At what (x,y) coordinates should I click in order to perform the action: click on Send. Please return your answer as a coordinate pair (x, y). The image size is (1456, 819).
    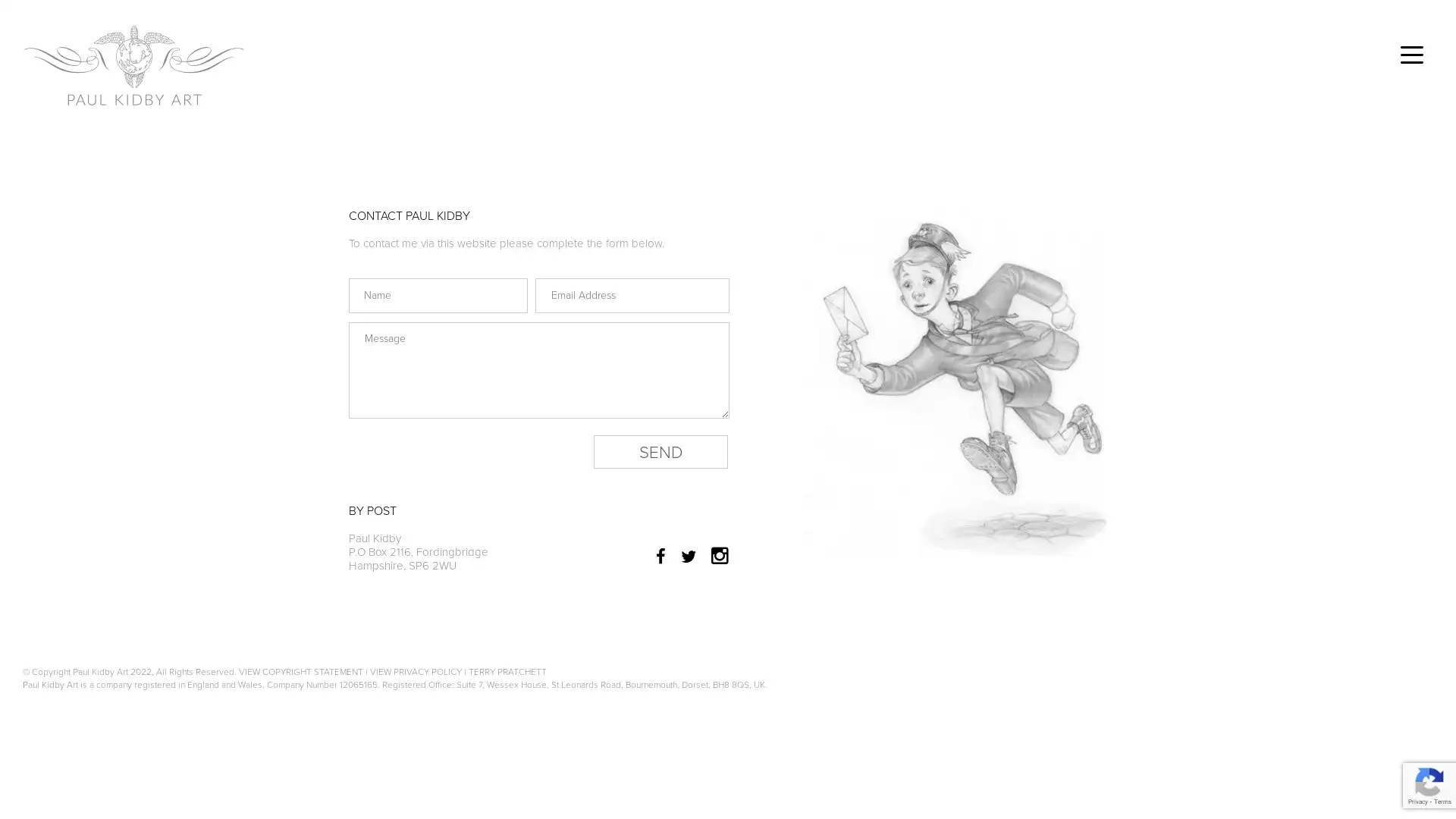
    Looking at the image, I should click on (661, 451).